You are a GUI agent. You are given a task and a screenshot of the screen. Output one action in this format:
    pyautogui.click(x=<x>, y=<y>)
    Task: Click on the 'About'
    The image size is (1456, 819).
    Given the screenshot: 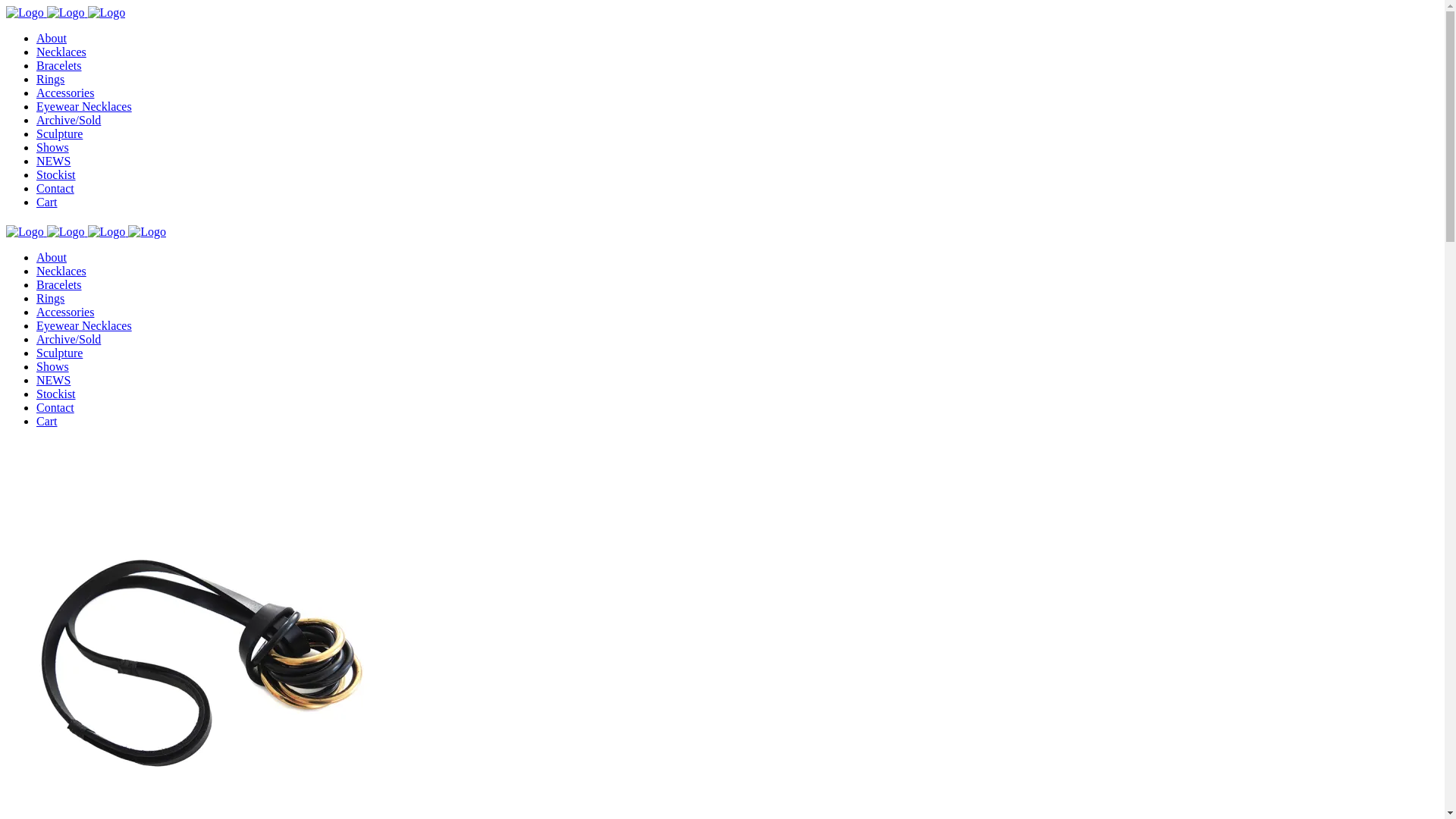 What is the action you would take?
    pyautogui.click(x=51, y=256)
    